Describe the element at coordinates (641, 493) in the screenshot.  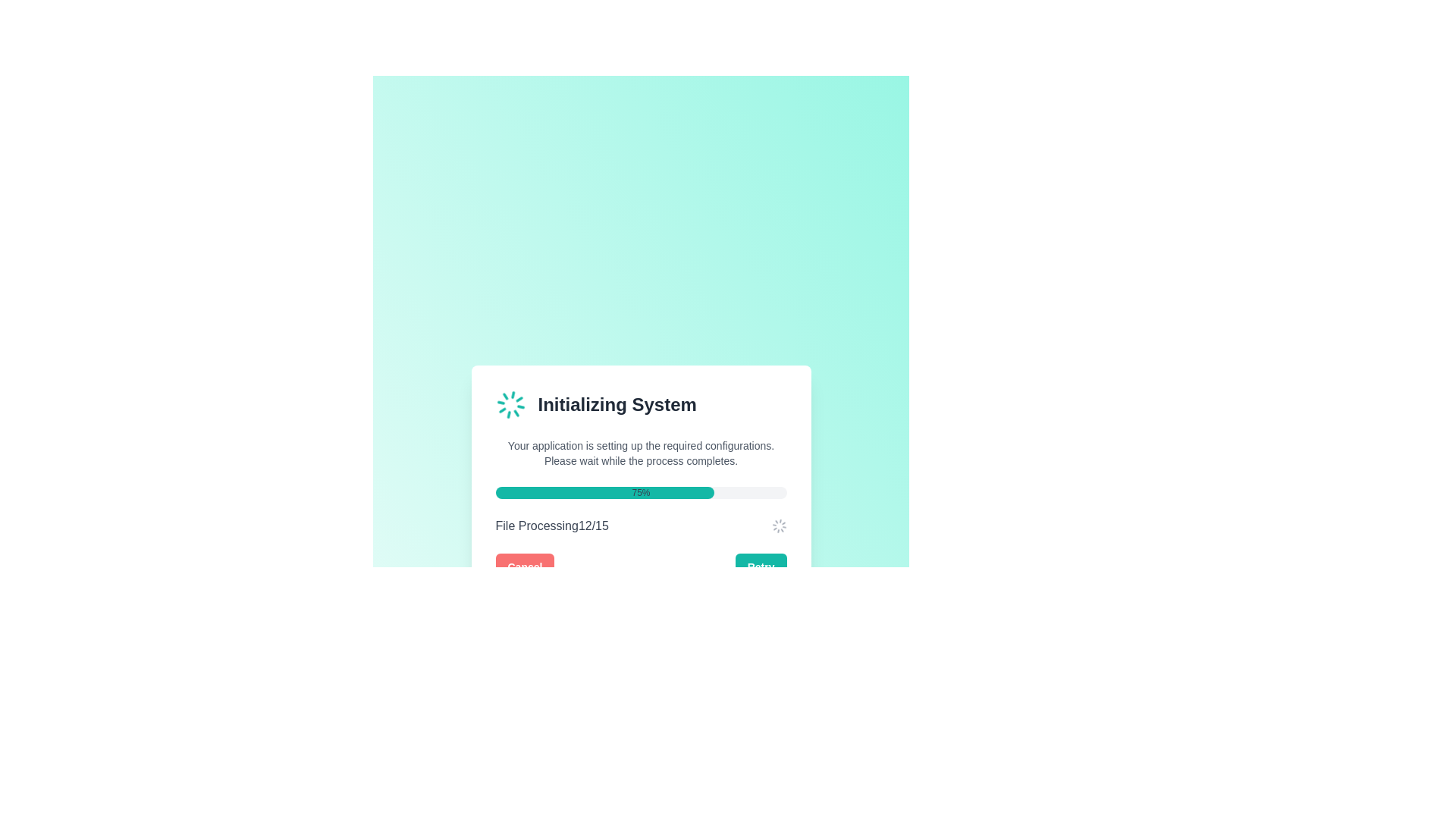
I see `the progress bar that visually represents a 75% completion of the process, located in the center of the card component` at that location.